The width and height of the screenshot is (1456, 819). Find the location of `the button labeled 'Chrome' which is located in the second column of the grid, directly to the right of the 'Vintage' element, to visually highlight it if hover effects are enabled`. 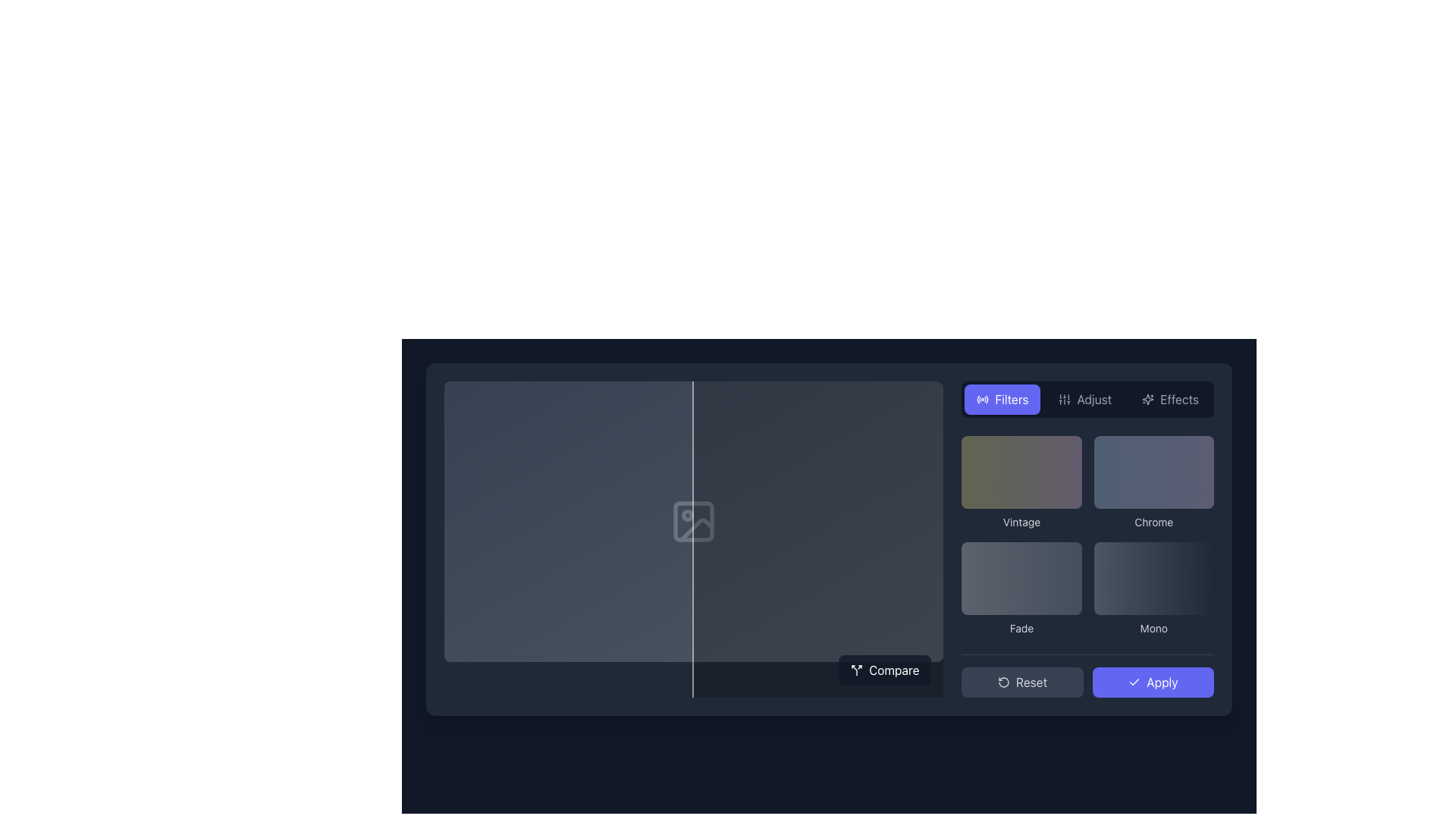

the button labeled 'Chrome' which is located in the second column of the grid, directly to the right of the 'Vintage' element, to visually highlight it if hover effects are enabled is located at coordinates (1153, 482).